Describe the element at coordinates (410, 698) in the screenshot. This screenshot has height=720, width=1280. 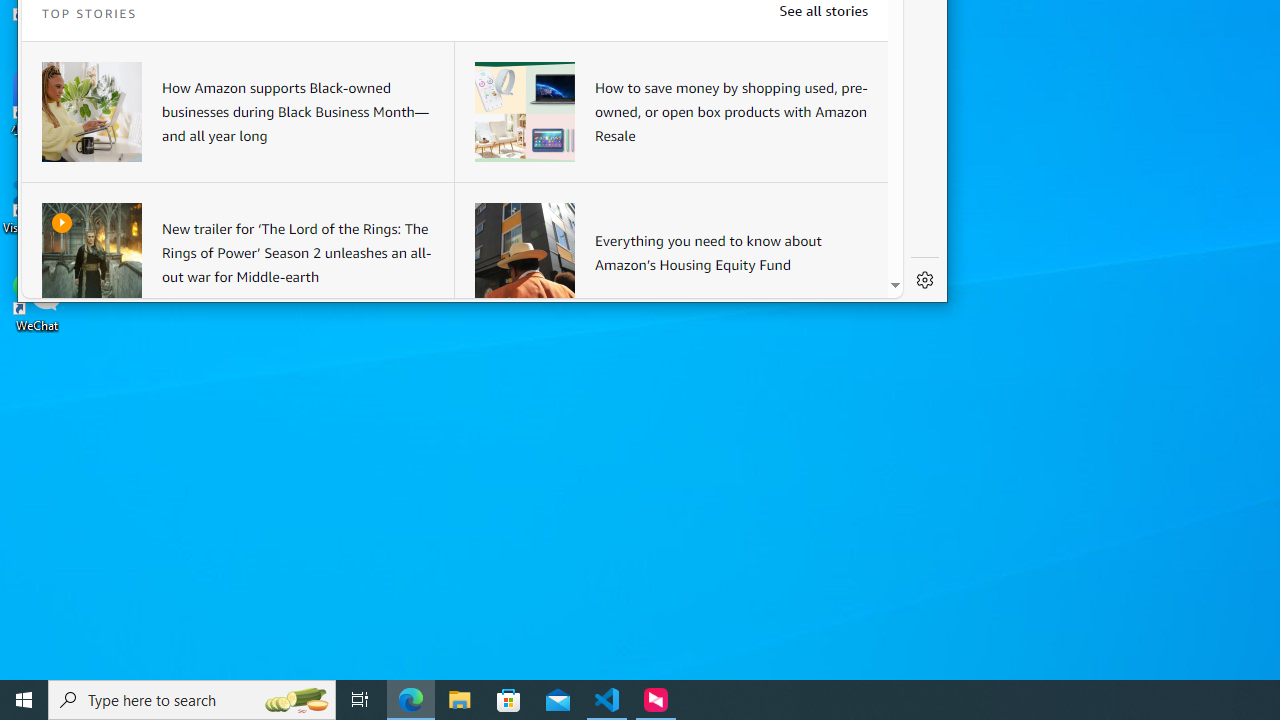
I see `'Microsoft Edge - 1 running window'` at that location.